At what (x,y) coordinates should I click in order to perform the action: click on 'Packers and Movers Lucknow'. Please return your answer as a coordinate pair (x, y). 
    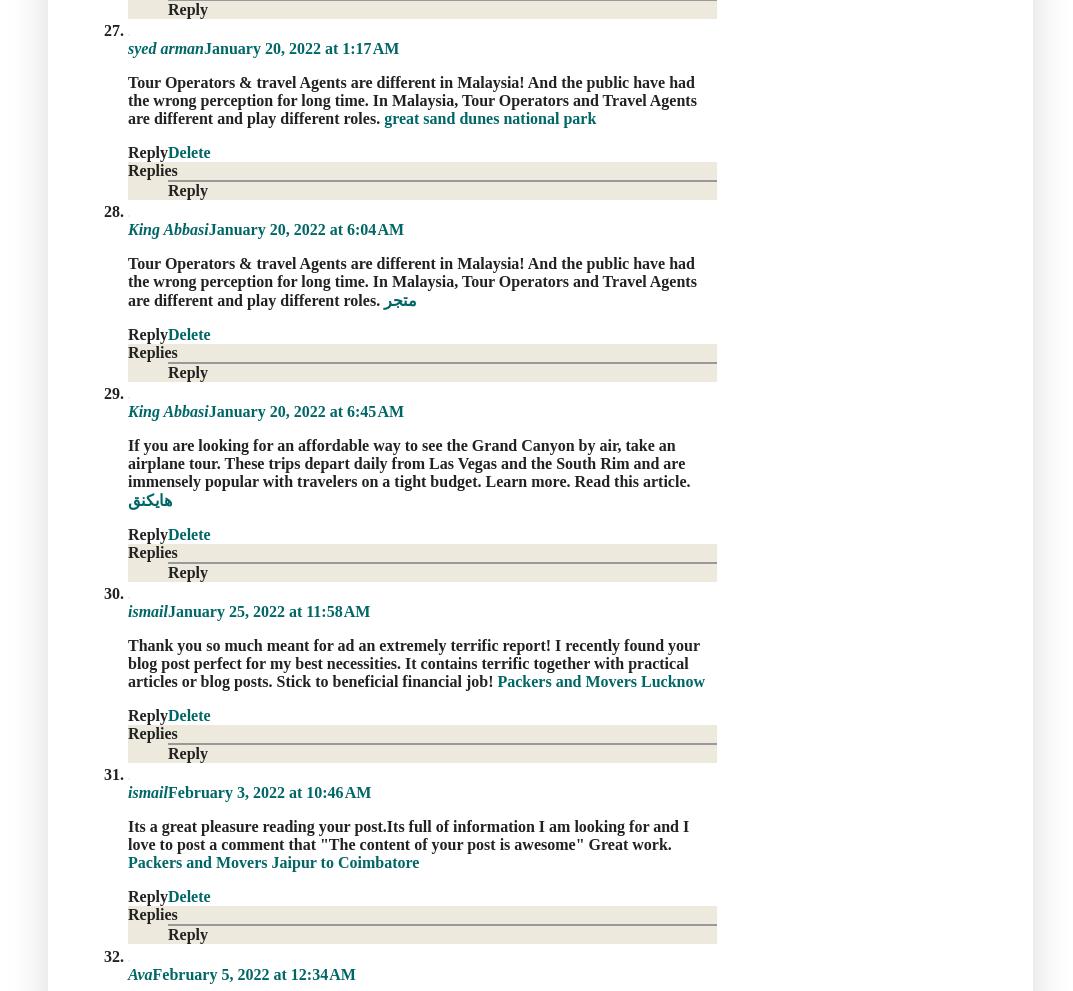
    Looking at the image, I should click on (599, 681).